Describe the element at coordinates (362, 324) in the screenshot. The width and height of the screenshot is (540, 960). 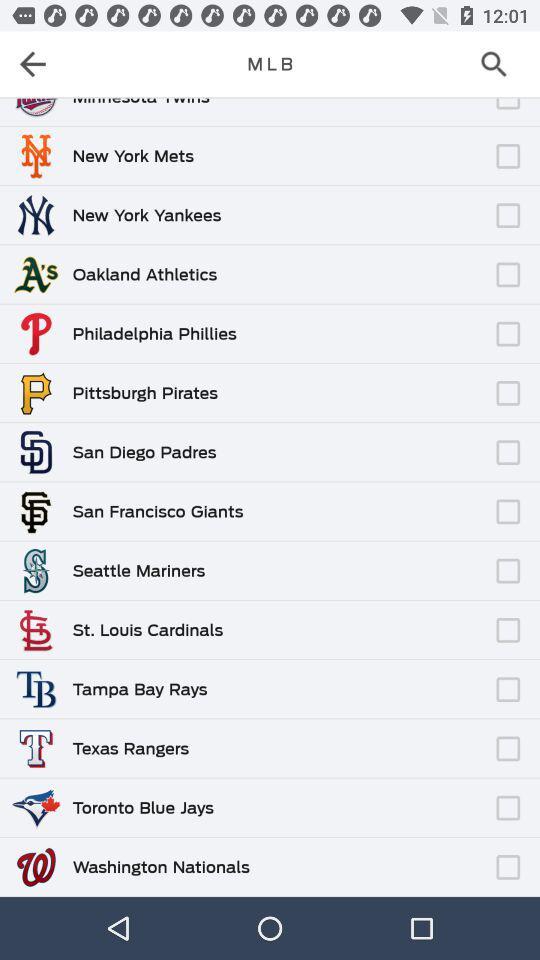
I see `the item above philadelphia phillies item` at that location.